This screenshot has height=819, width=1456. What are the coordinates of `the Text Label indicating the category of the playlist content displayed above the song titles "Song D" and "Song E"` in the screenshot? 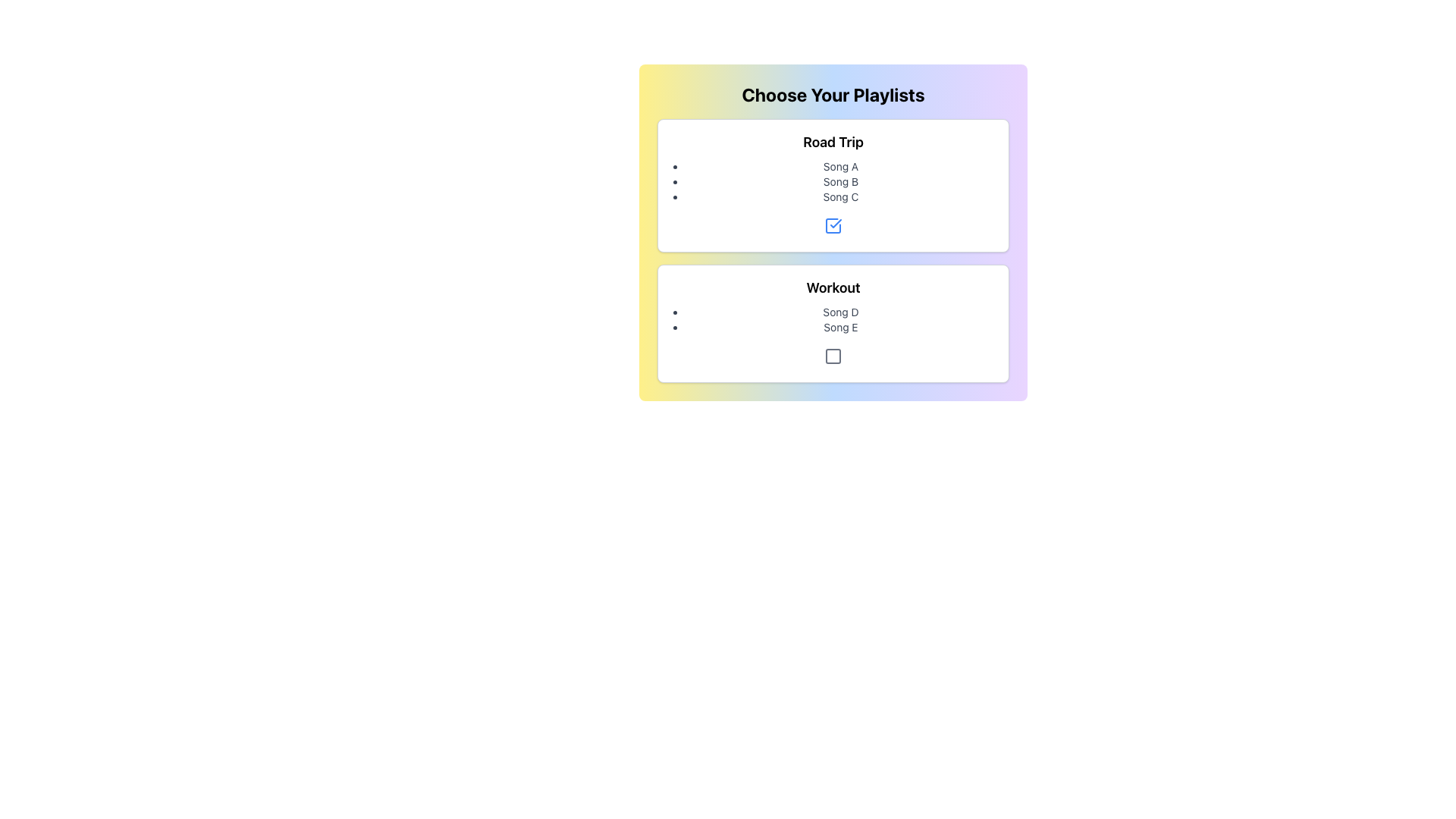 It's located at (833, 288).